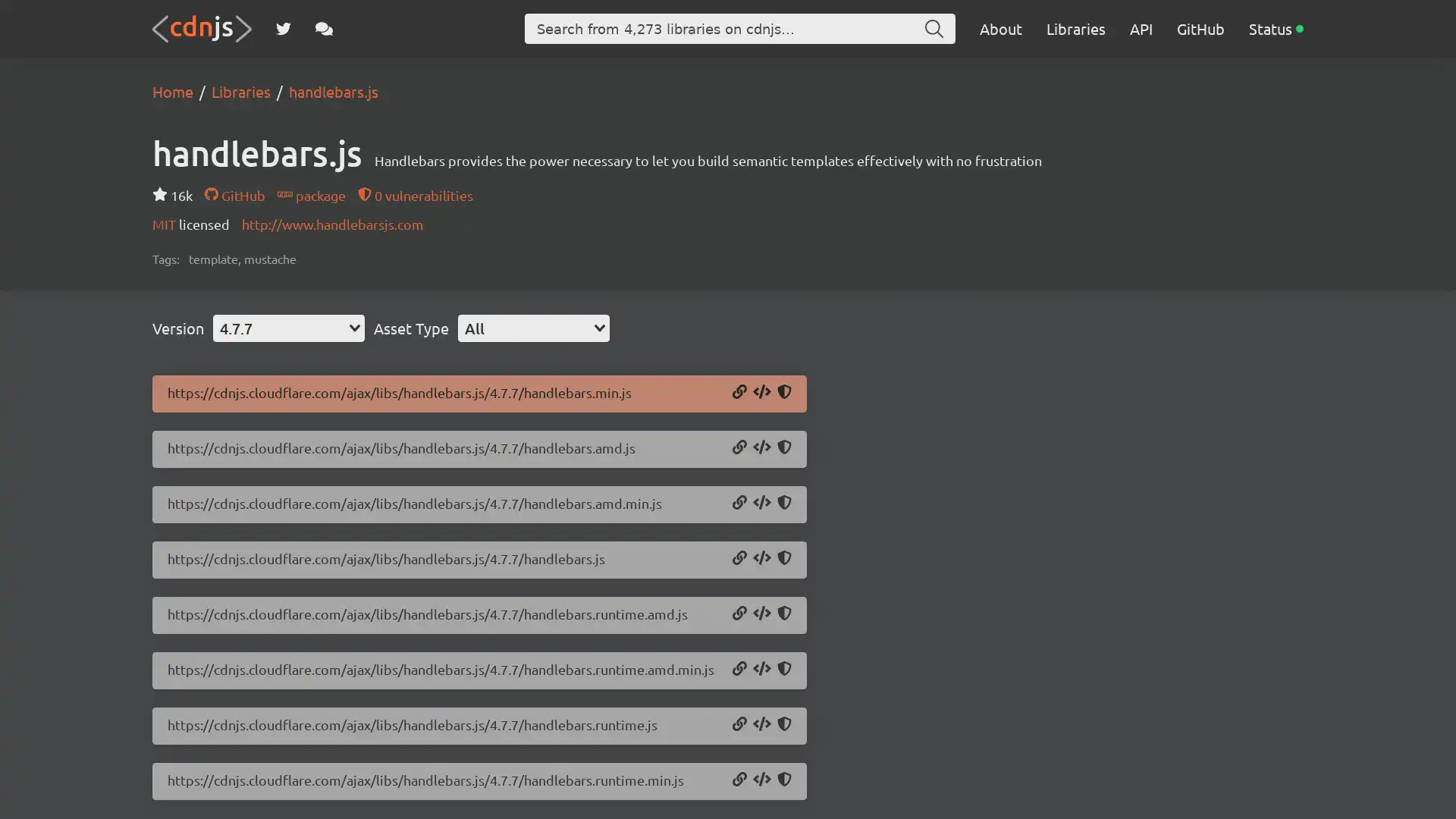 This screenshot has width=1456, height=819. Describe the element at coordinates (761, 724) in the screenshot. I see `Copy Script Tag` at that location.